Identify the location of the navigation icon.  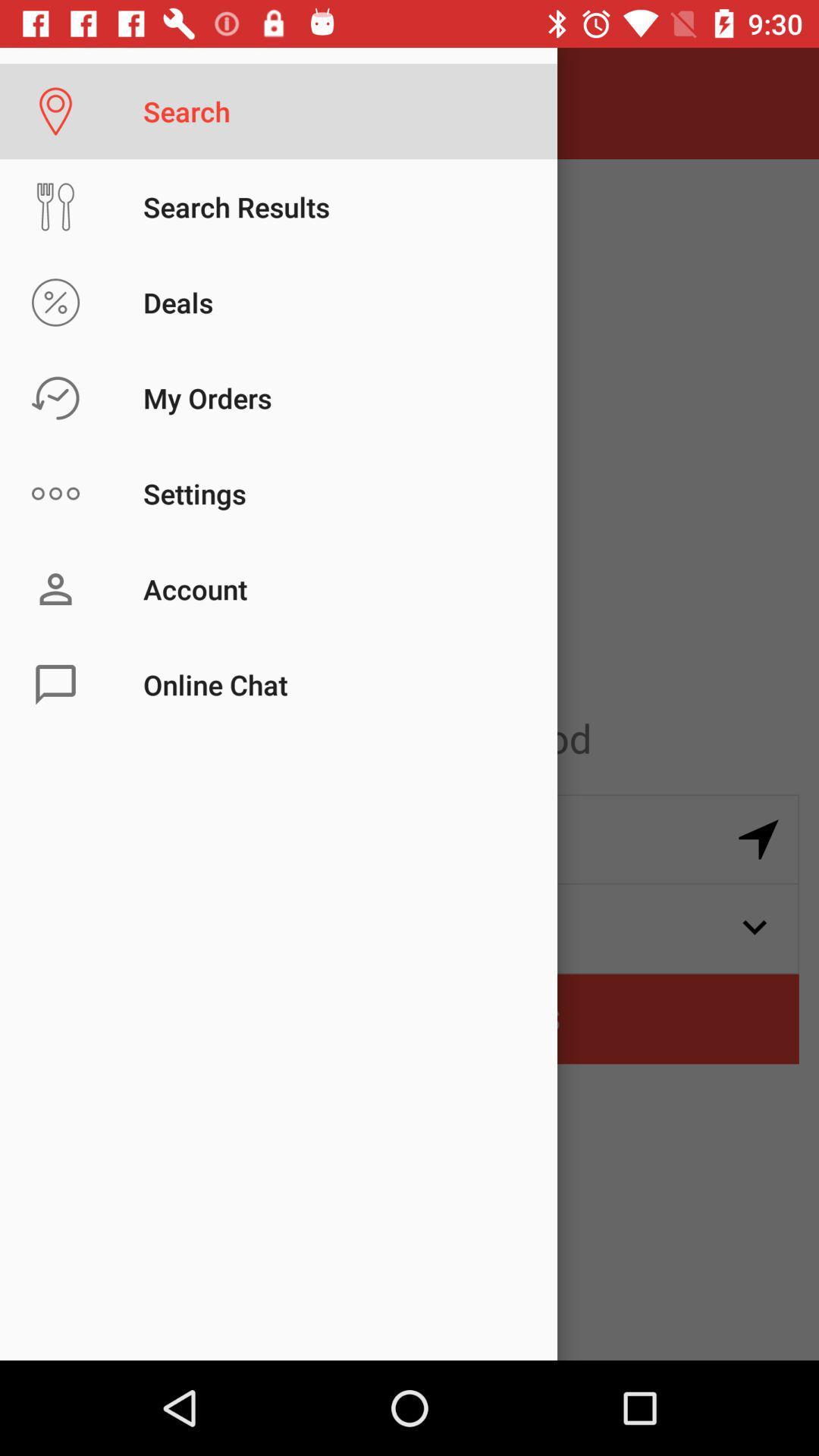
(758, 839).